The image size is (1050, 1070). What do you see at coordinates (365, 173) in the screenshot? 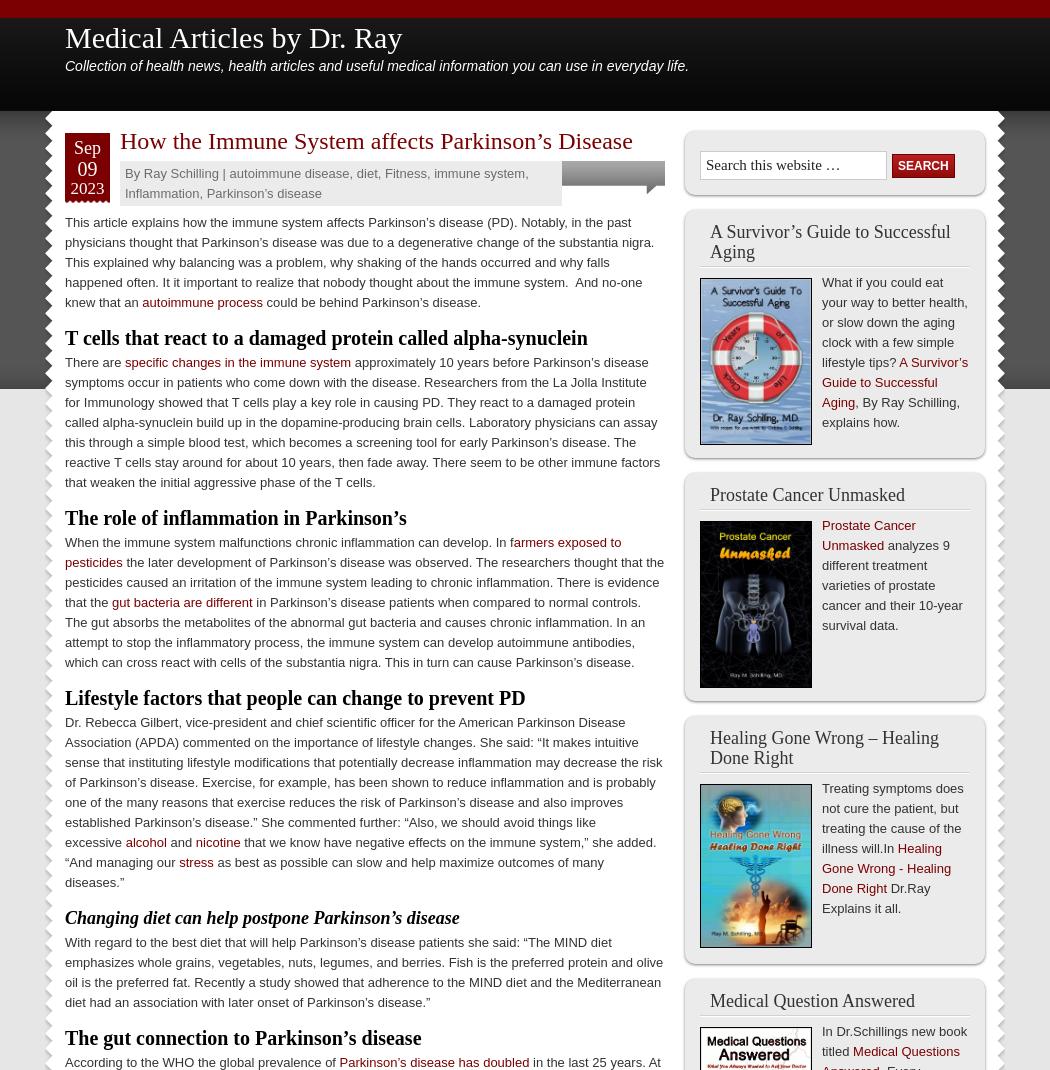
I see `'diet'` at bounding box center [365, 173].